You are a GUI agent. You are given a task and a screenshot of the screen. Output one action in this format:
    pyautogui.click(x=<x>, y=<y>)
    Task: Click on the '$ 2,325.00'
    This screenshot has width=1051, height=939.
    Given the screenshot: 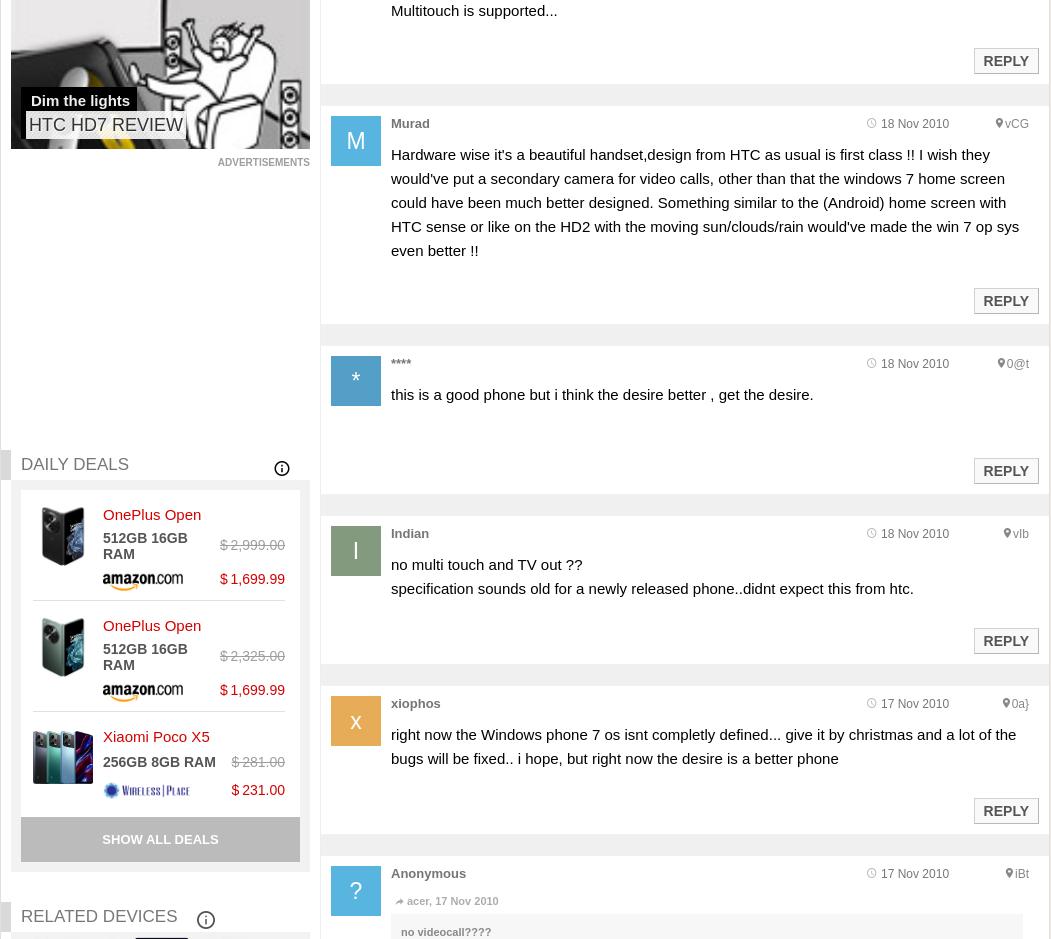 What is the action you would take?
    pyautogui.click(x=252, y=655)
    